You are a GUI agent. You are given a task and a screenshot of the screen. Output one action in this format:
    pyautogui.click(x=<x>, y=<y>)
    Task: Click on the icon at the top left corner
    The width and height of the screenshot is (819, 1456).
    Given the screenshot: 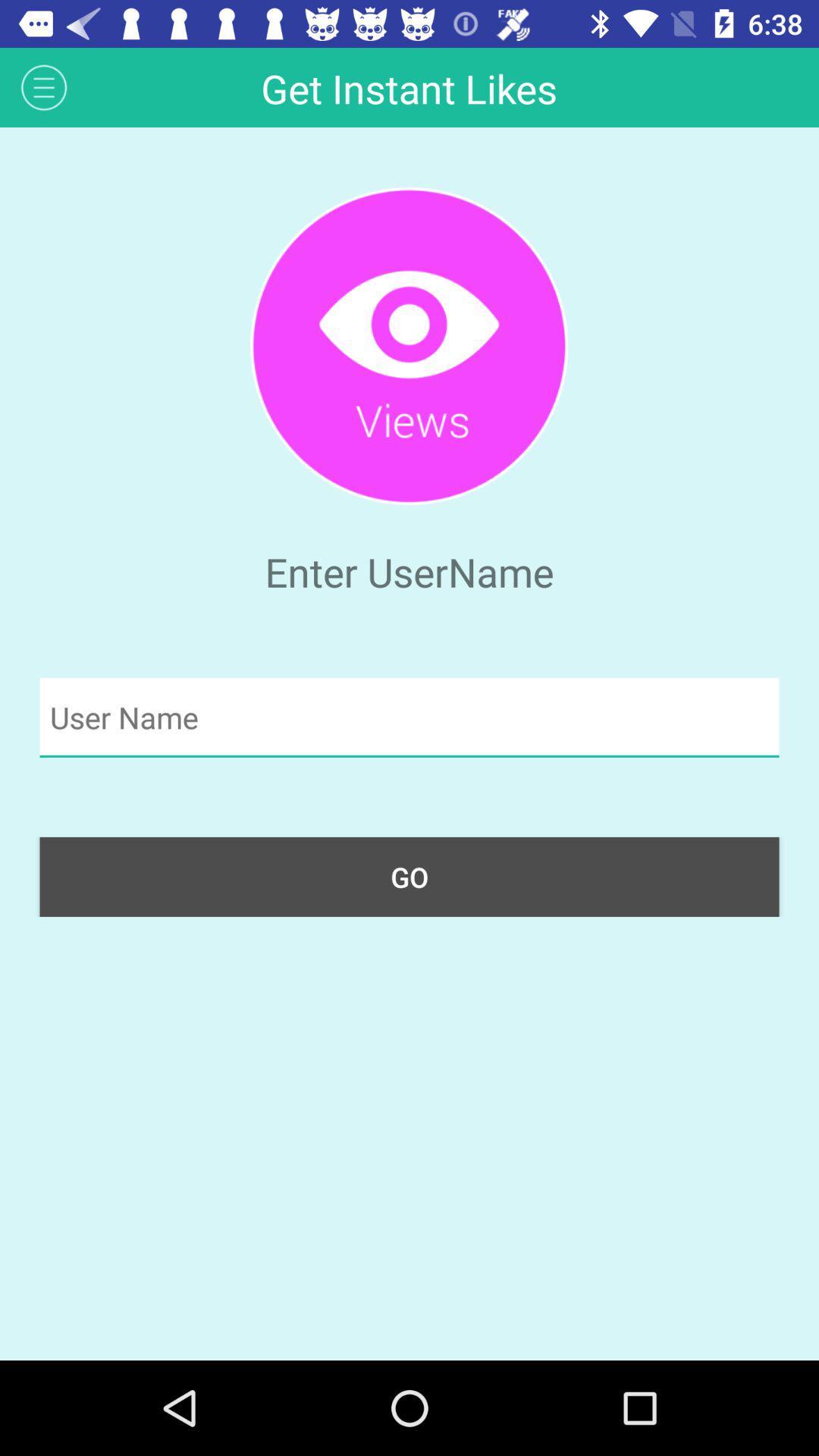 What is the action you would take?
    pyautogui.click(x=43, y=86)
    